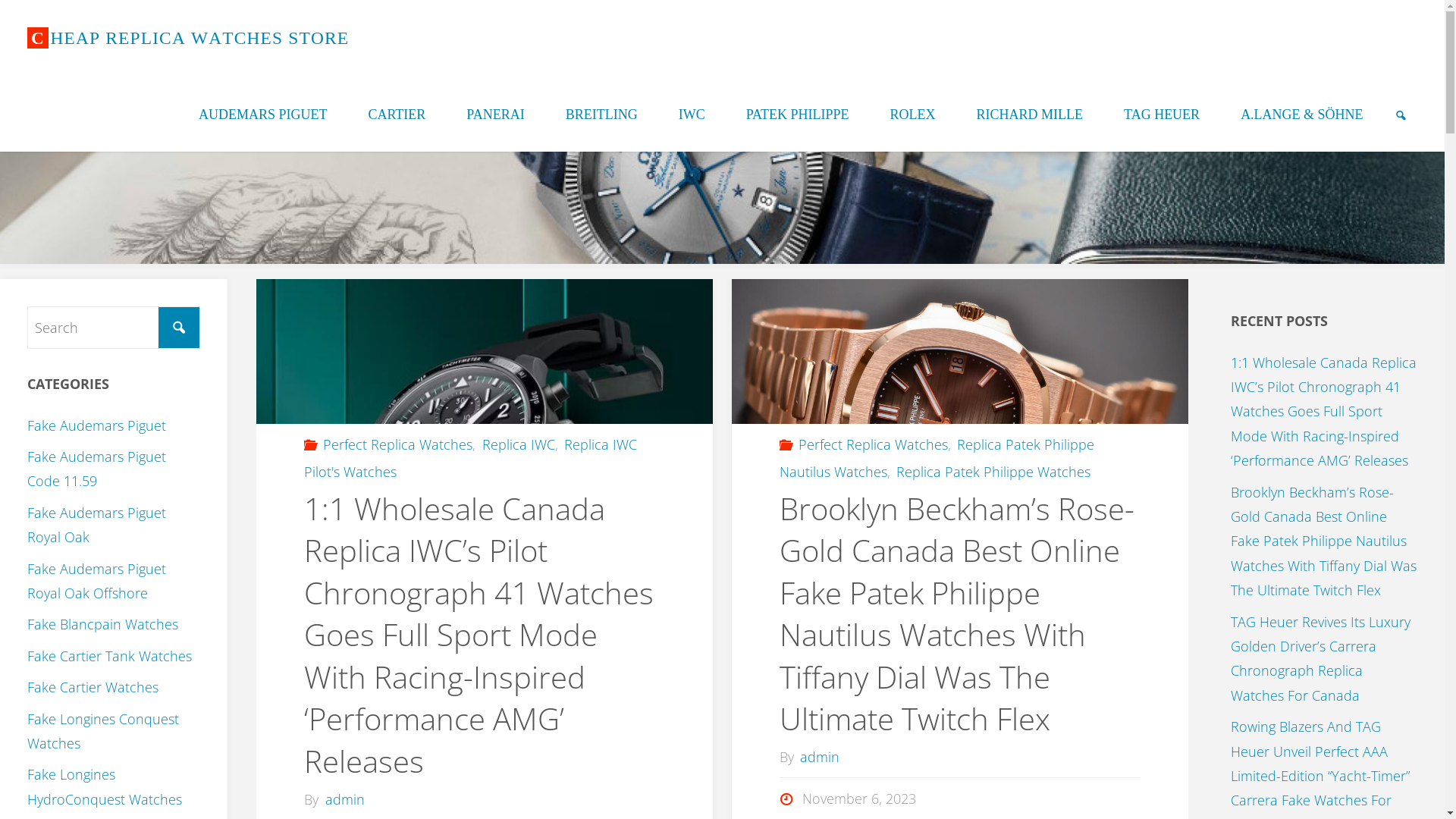 Image resolution: width=1456 pixels, height=819 pixels. I want to click on 'Replica IWC', so click(479, 444).